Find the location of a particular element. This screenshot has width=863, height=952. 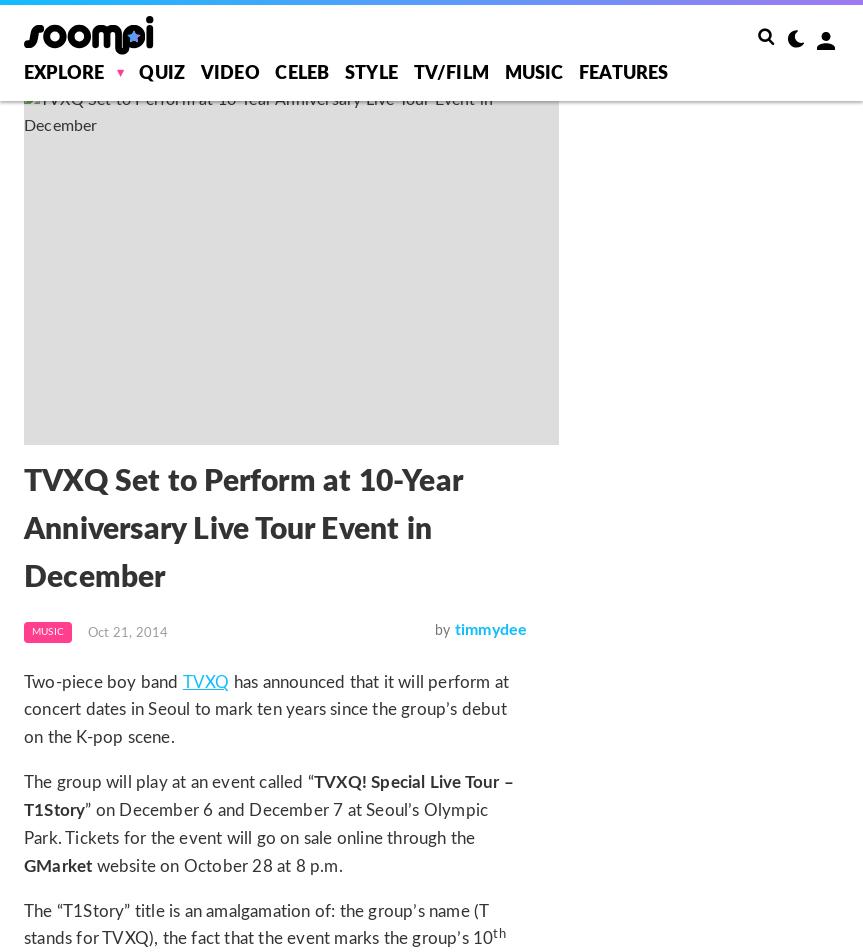

'Quiz' is located at coordinates (160, 73).